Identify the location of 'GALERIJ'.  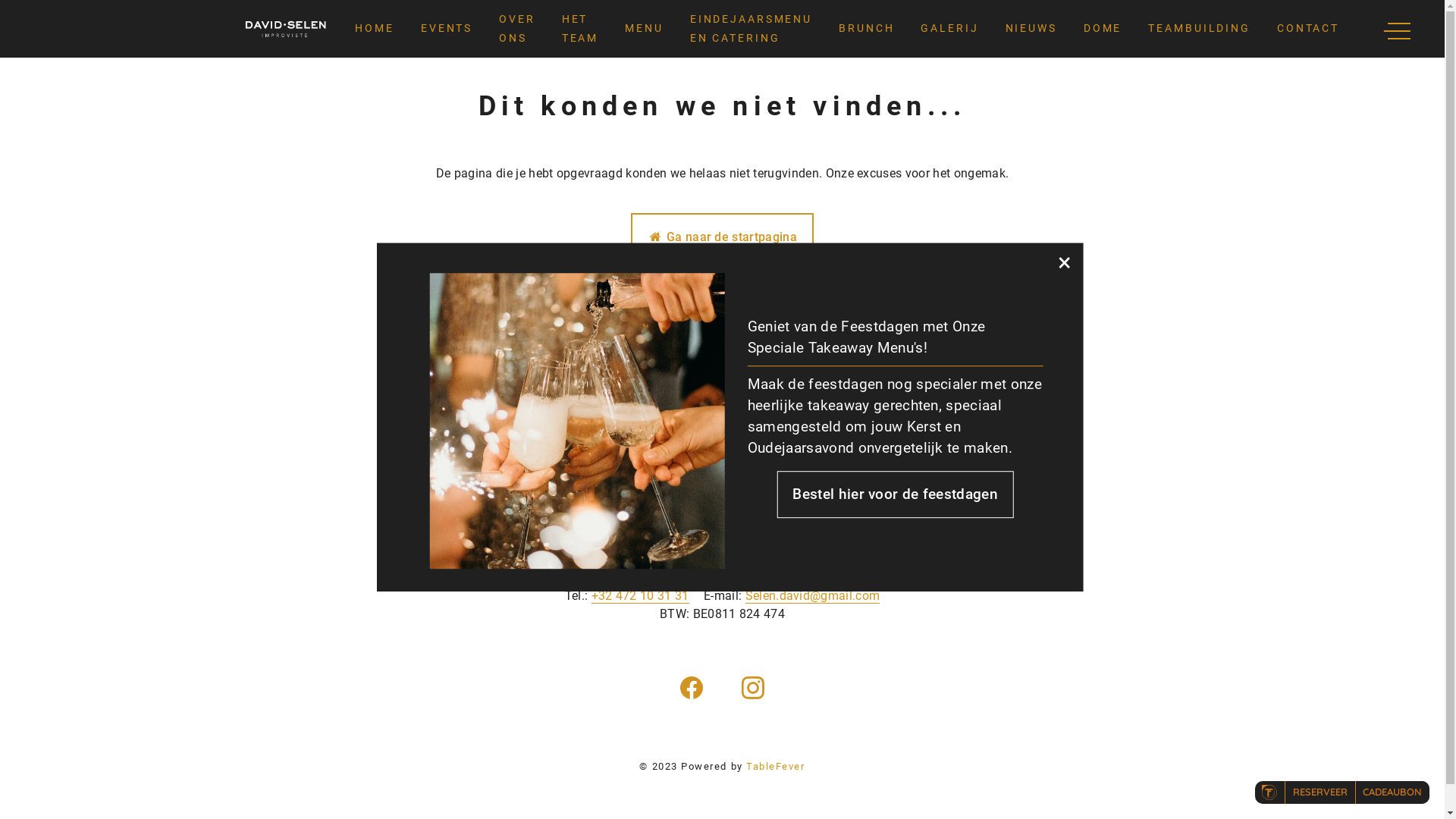
(949, 29).